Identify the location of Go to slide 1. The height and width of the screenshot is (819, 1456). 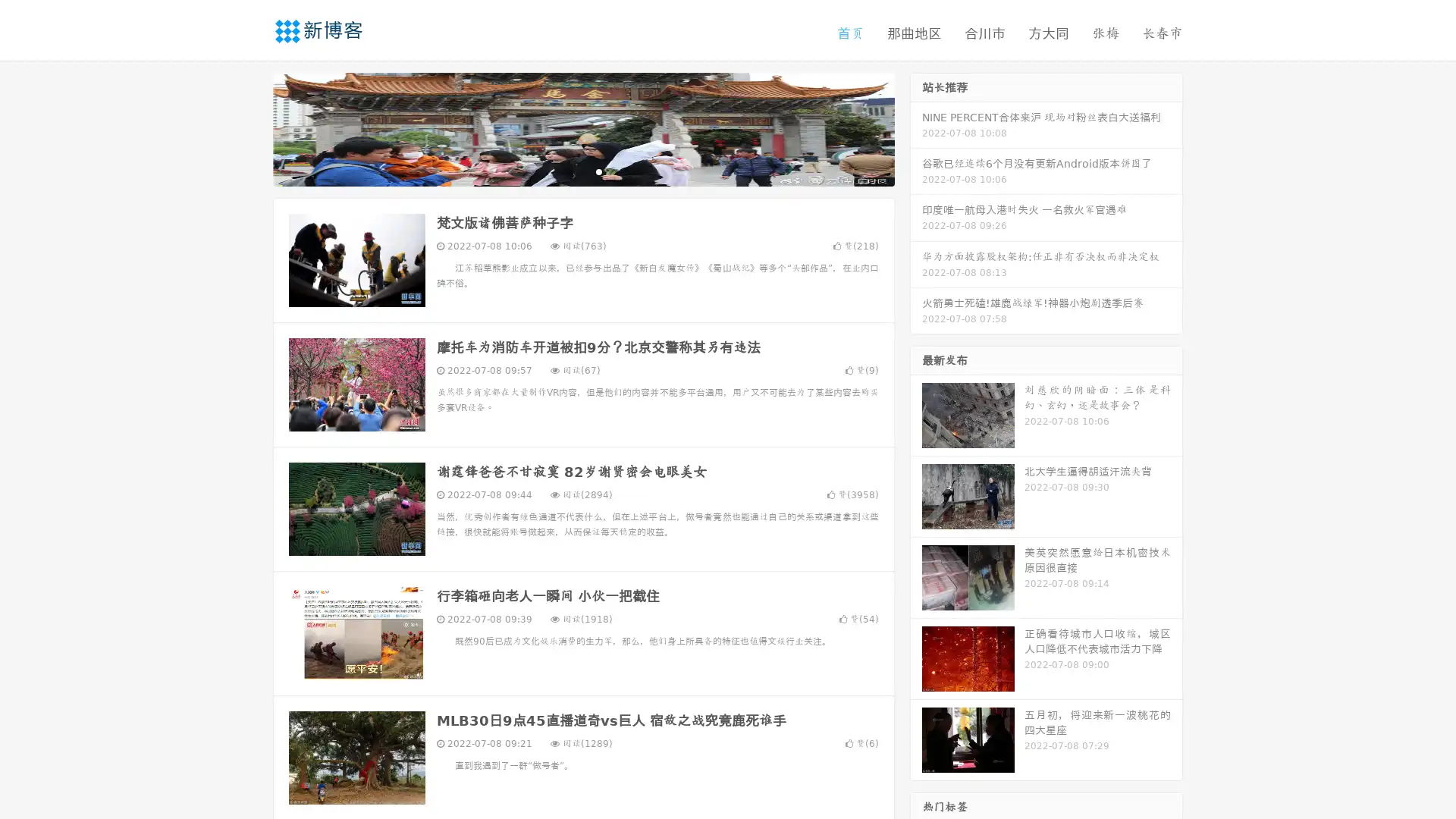
(567, 171).